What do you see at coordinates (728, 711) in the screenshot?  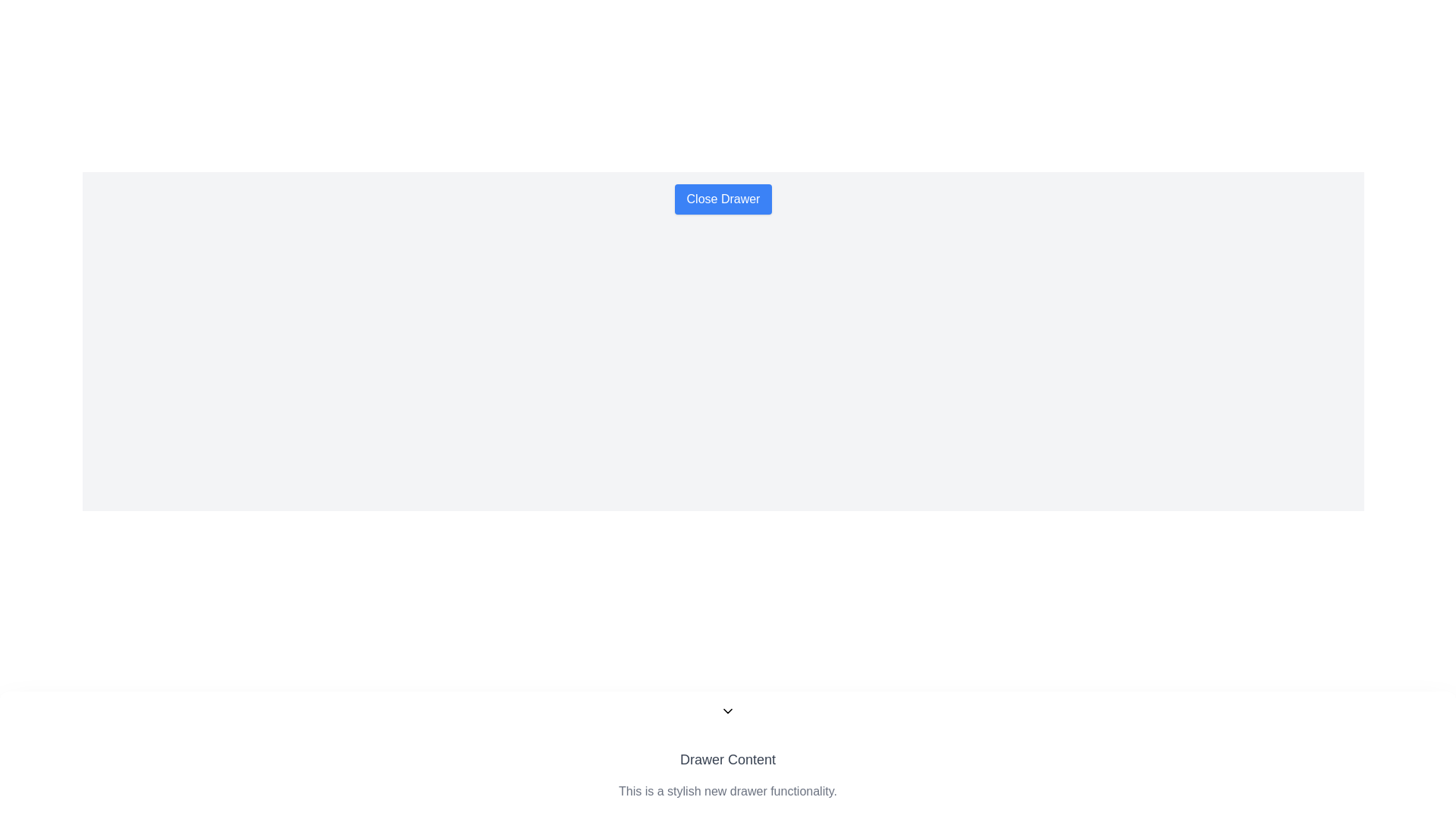 I see `the downward-pointing chevron icon, which is a black or dark gray outline on a light background, located at the bottom center of the section above the 'Drawer Content'` at bounding box center [728, 711].